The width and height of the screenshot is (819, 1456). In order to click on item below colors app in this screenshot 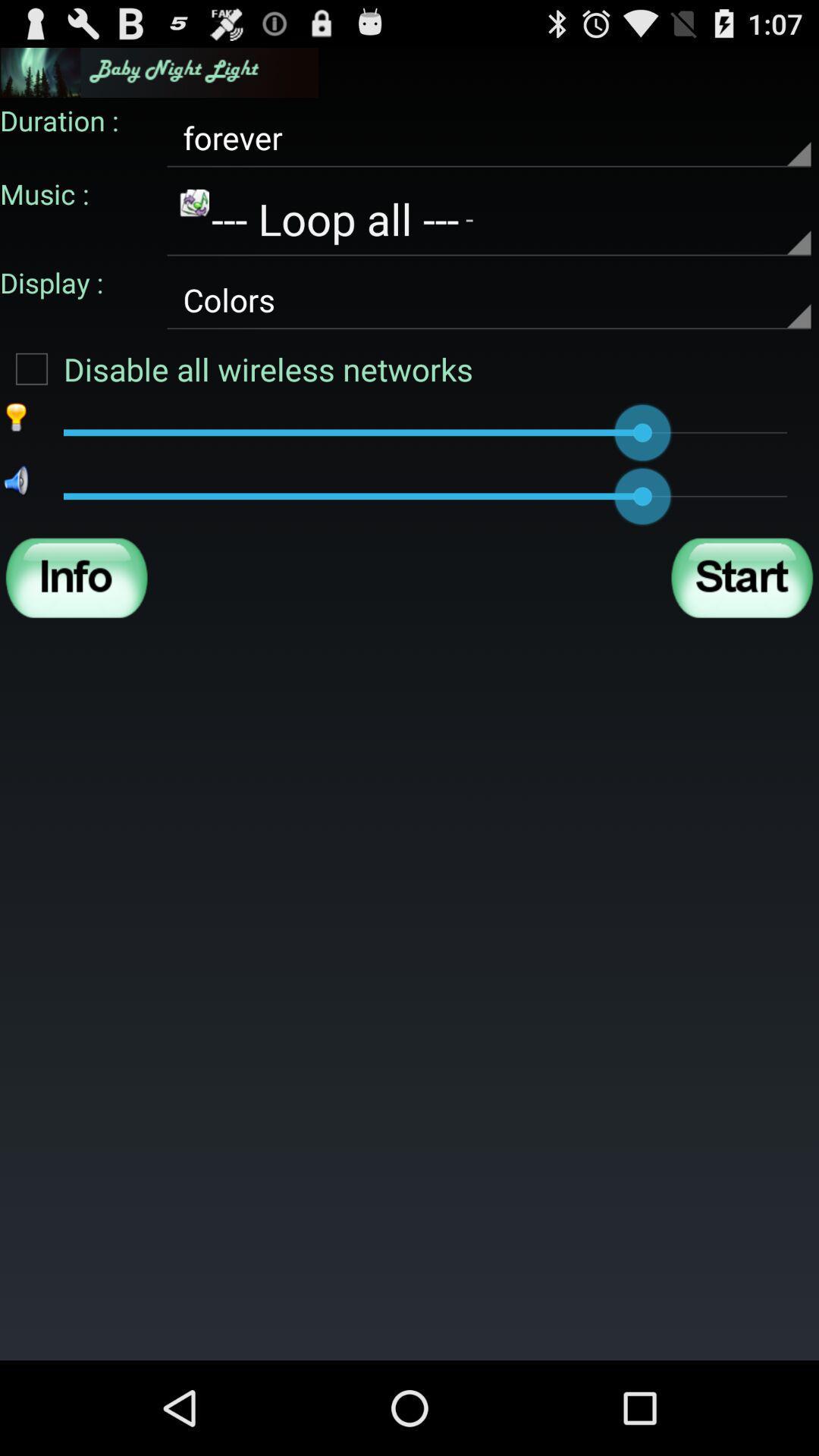, I will do `click(237, 369)`.